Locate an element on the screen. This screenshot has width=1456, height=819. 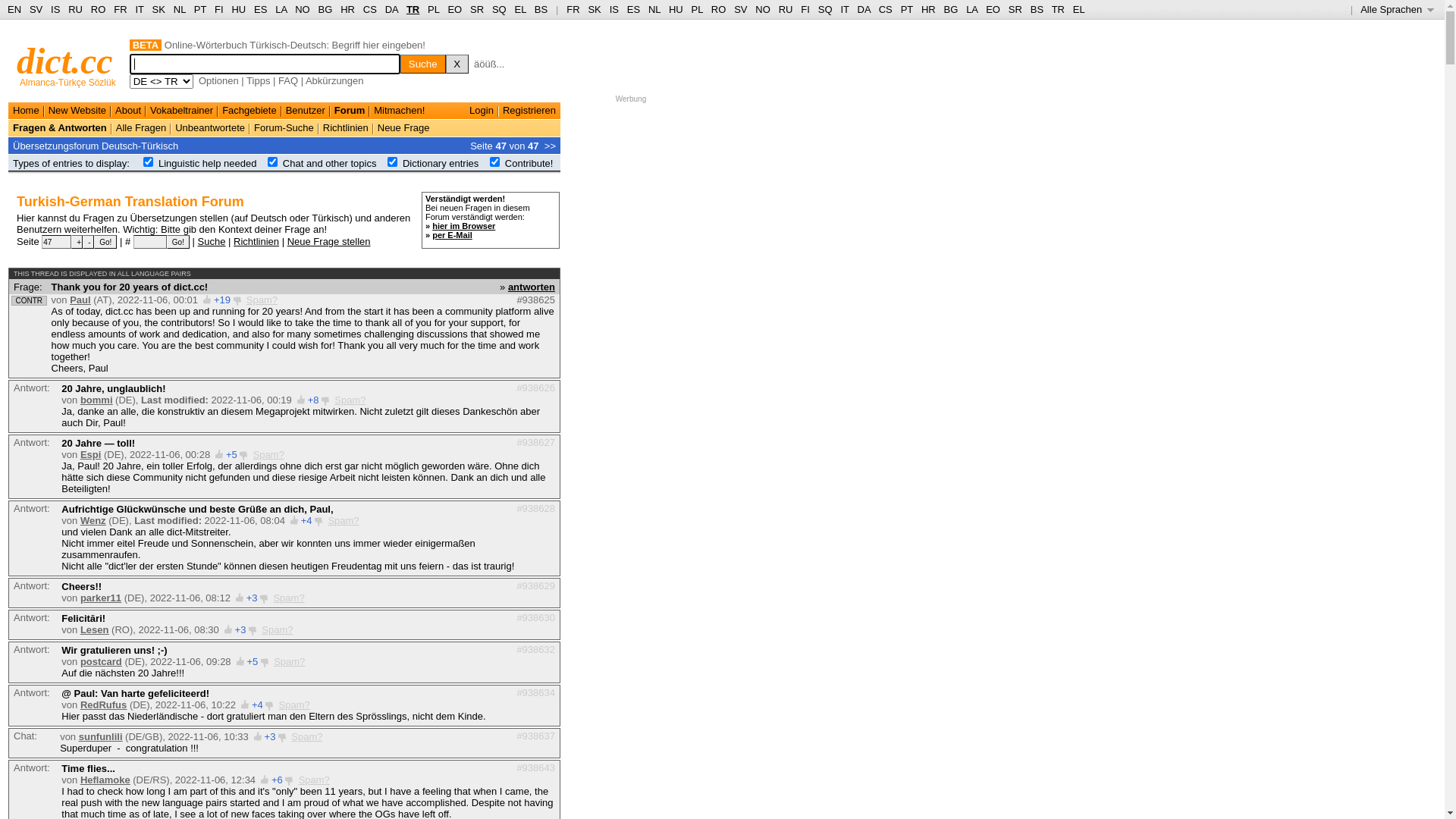
'Fragen & Antworten' is located at coordinates (59, 127).